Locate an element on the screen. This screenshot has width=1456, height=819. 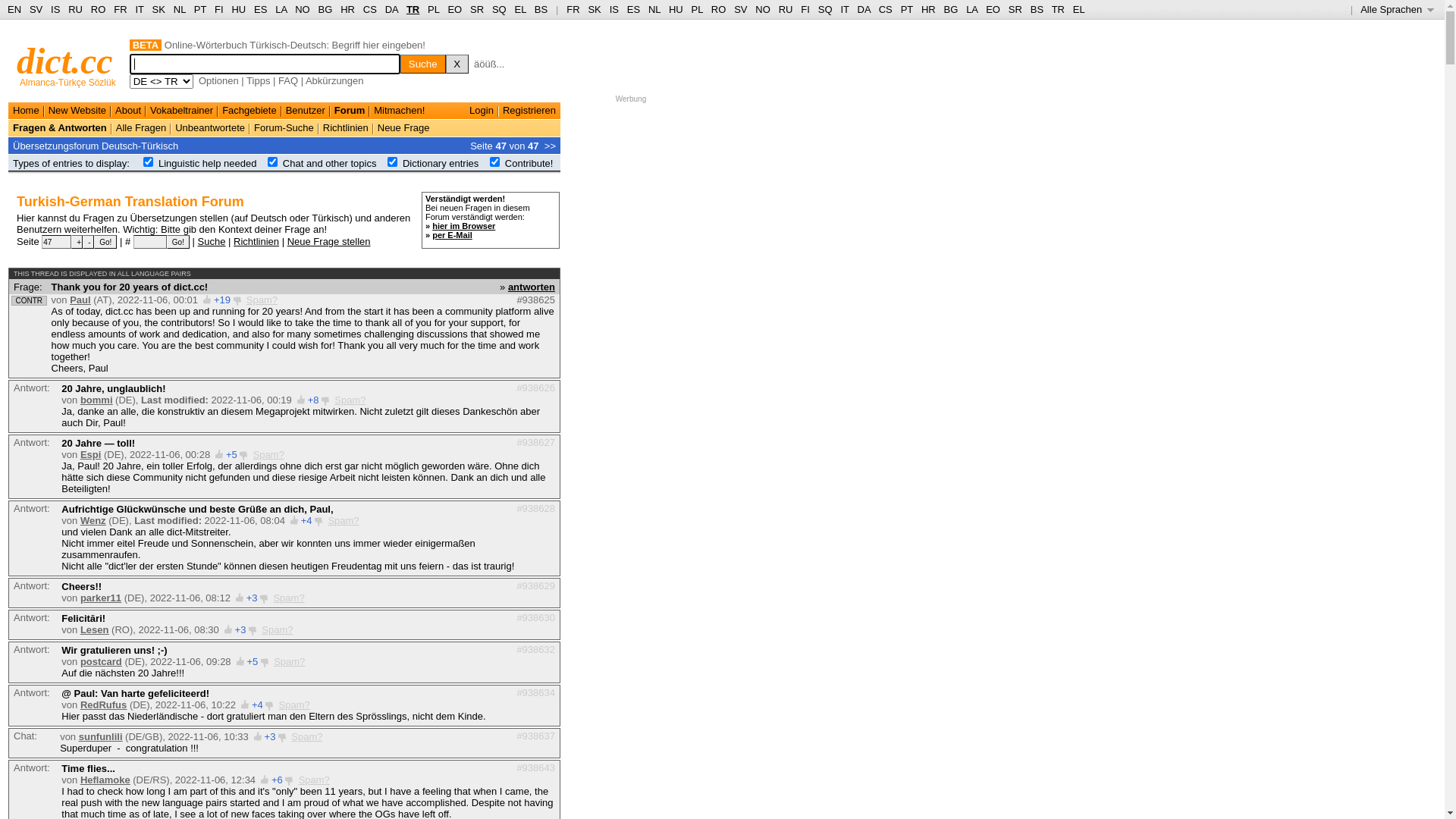
'Fragen & Antworten' is located at coordinates (59, 127).